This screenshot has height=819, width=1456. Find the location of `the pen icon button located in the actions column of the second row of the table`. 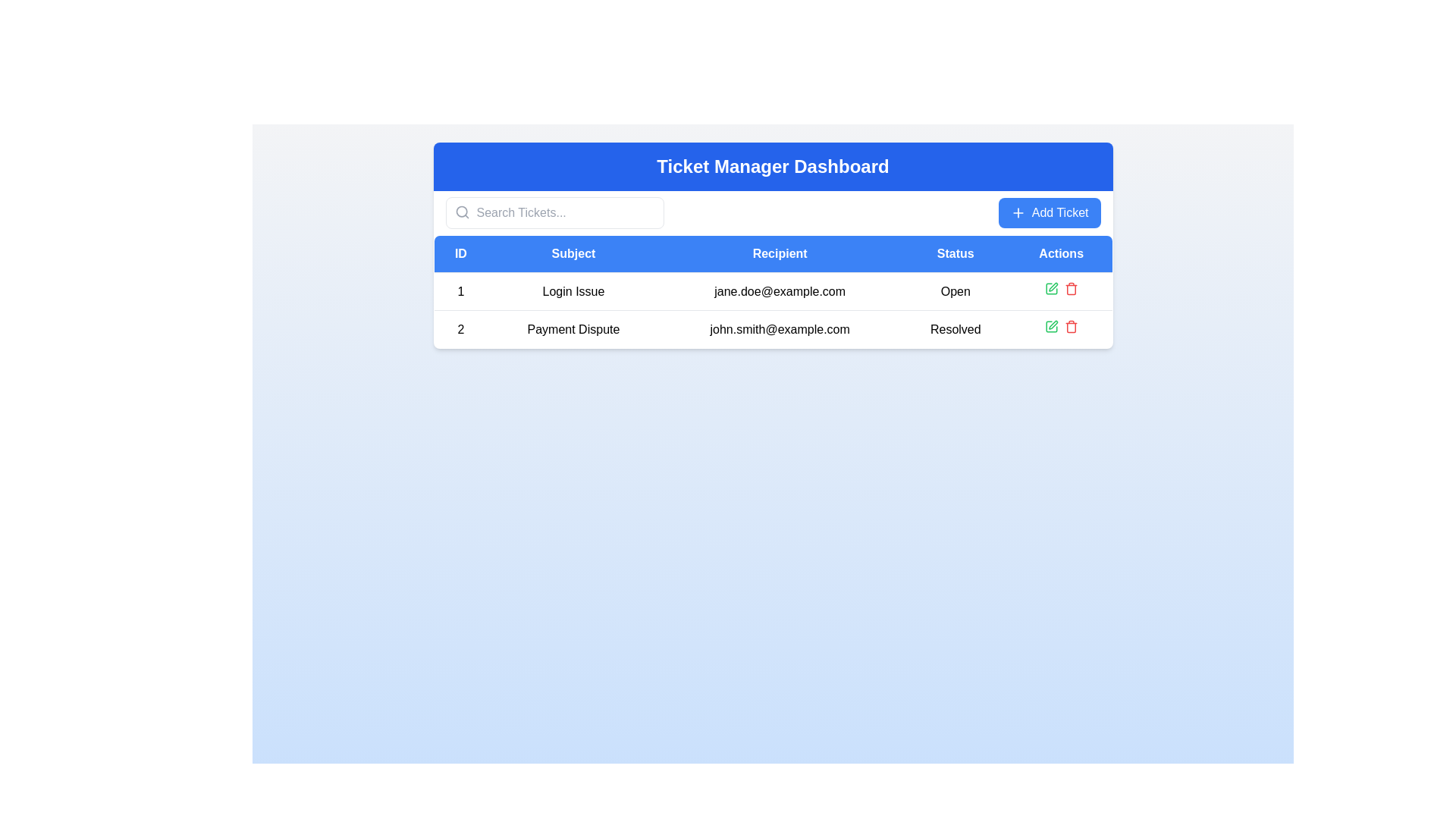

the pen icon button located in the actions column of the second row of the table is located at coordinates (1052, 324).